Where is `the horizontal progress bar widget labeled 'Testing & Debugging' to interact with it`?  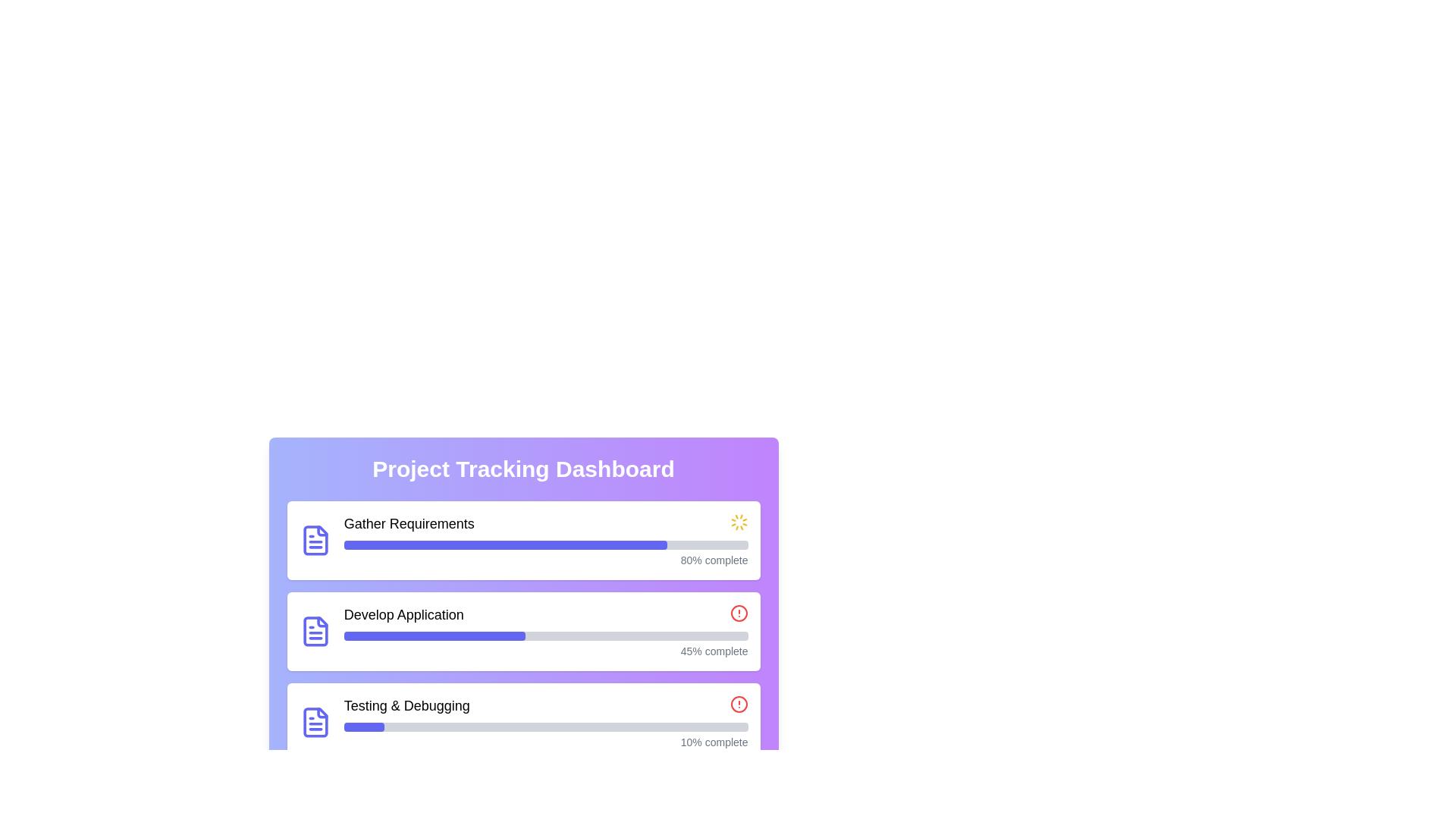
the horizontal progress bar widget labeled 'Testing & Debugging' to interact with it is located at coordinates (523, 721).